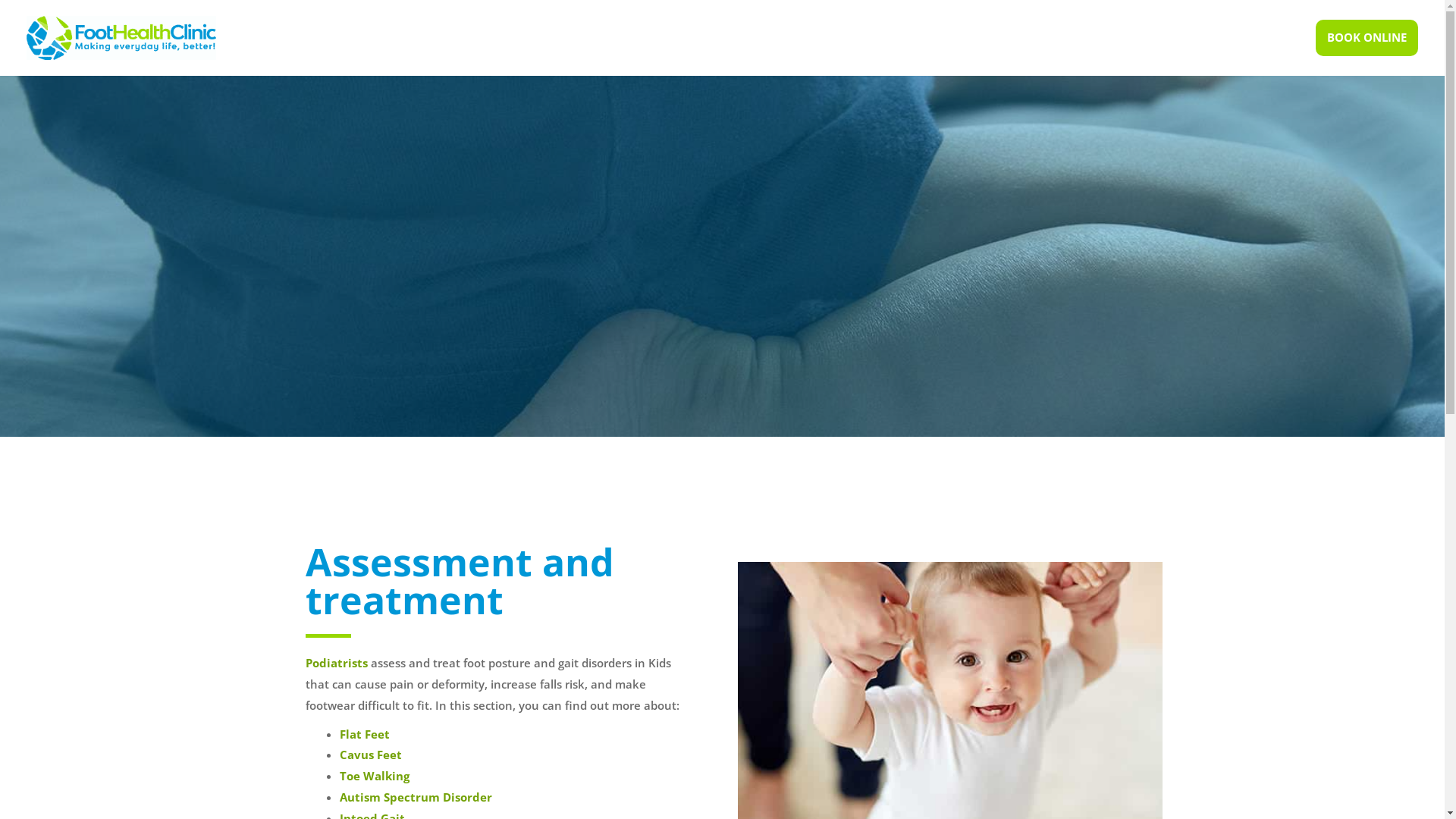 This screenshot has height=819, width=1456. Describe the element at coordinates (371, 755) in the screenshot. I see `'Cavus Feet'` at that location.